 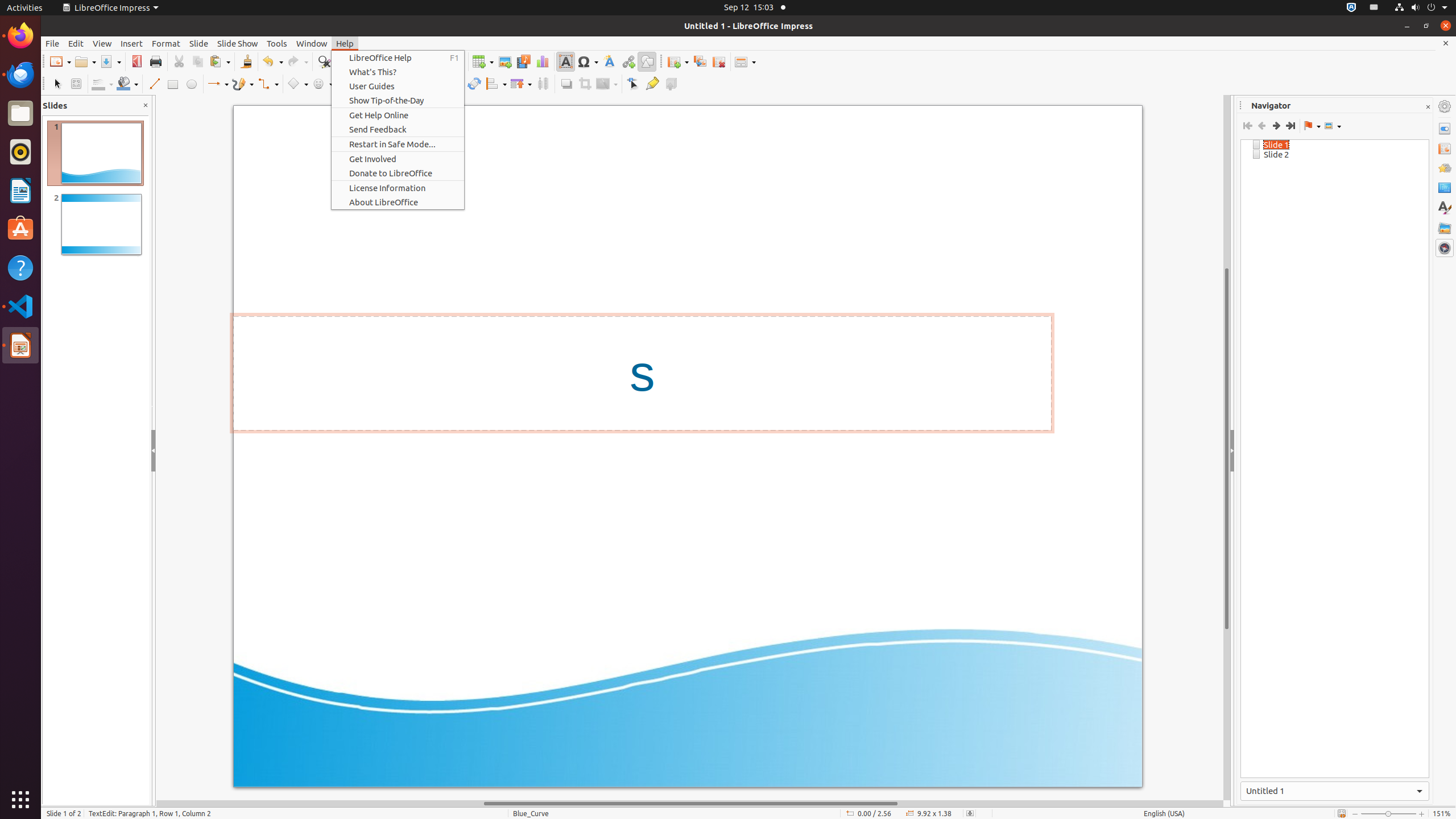 I want to click on 'Vertical scroll bar', so click(x=1226, y=446).